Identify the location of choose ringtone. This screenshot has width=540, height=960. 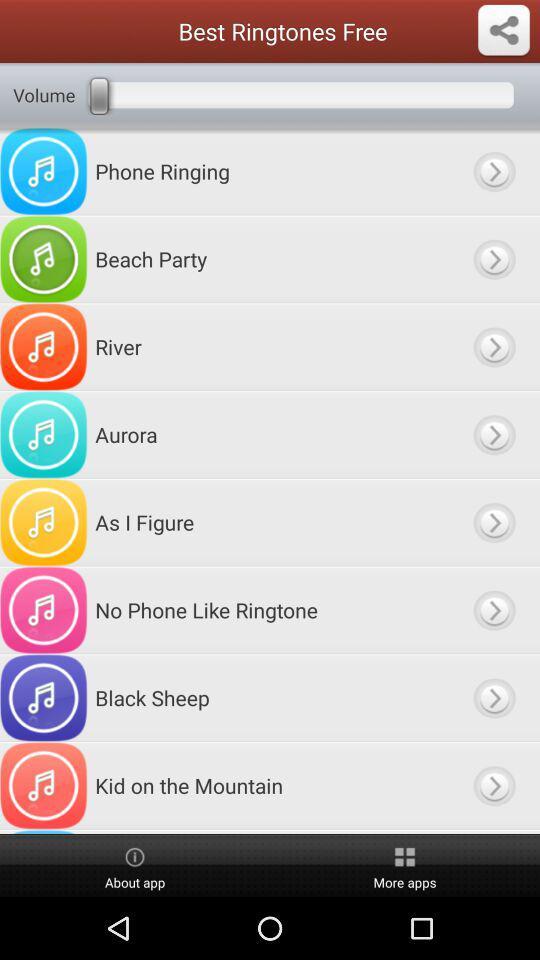
(493, 698).